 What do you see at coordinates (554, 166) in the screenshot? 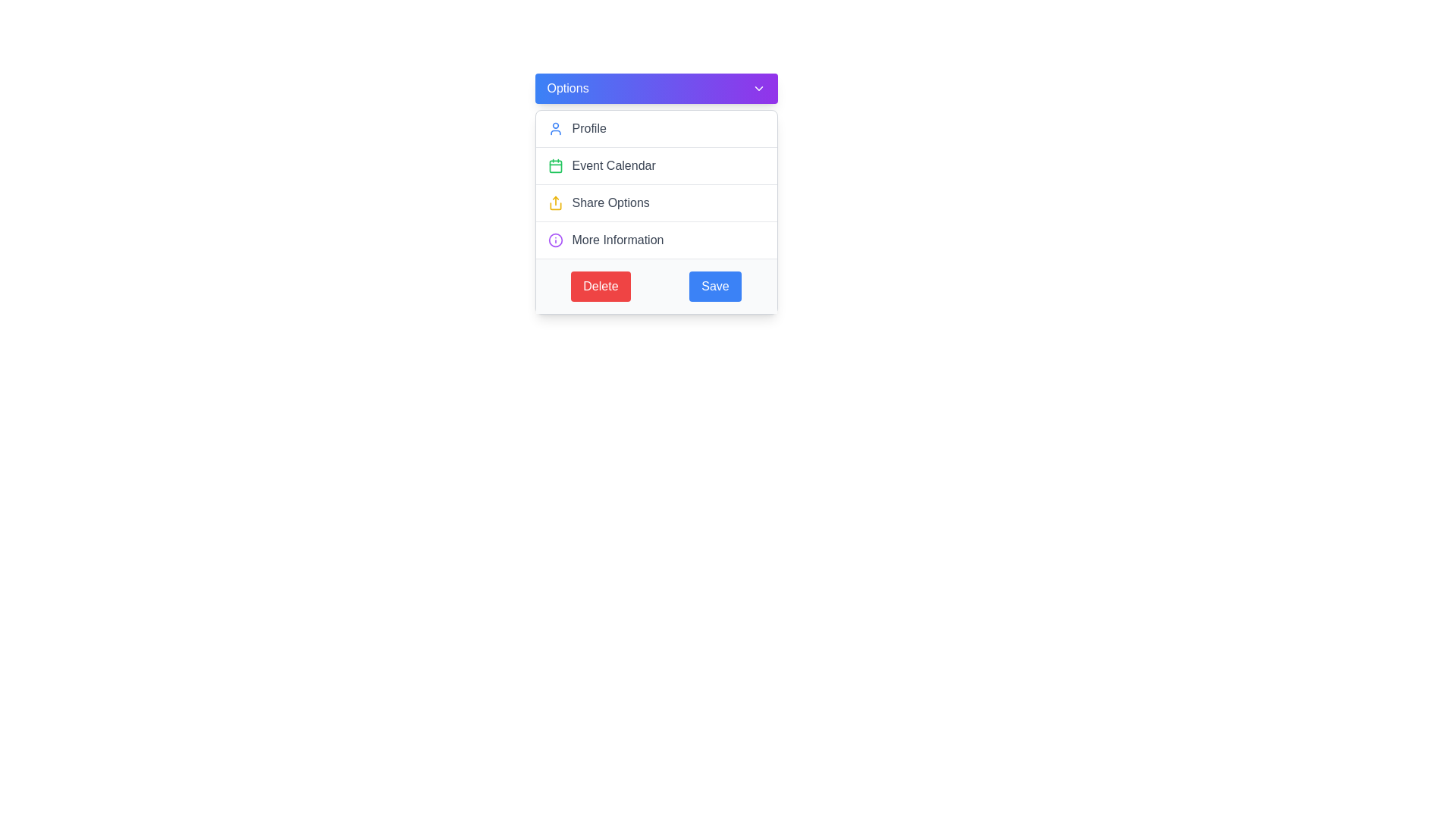
I see `the small green calendar icon outlined in white, located to the left of 'Event Calendar' in the dropdown panel` at bounding box center [554, 166].